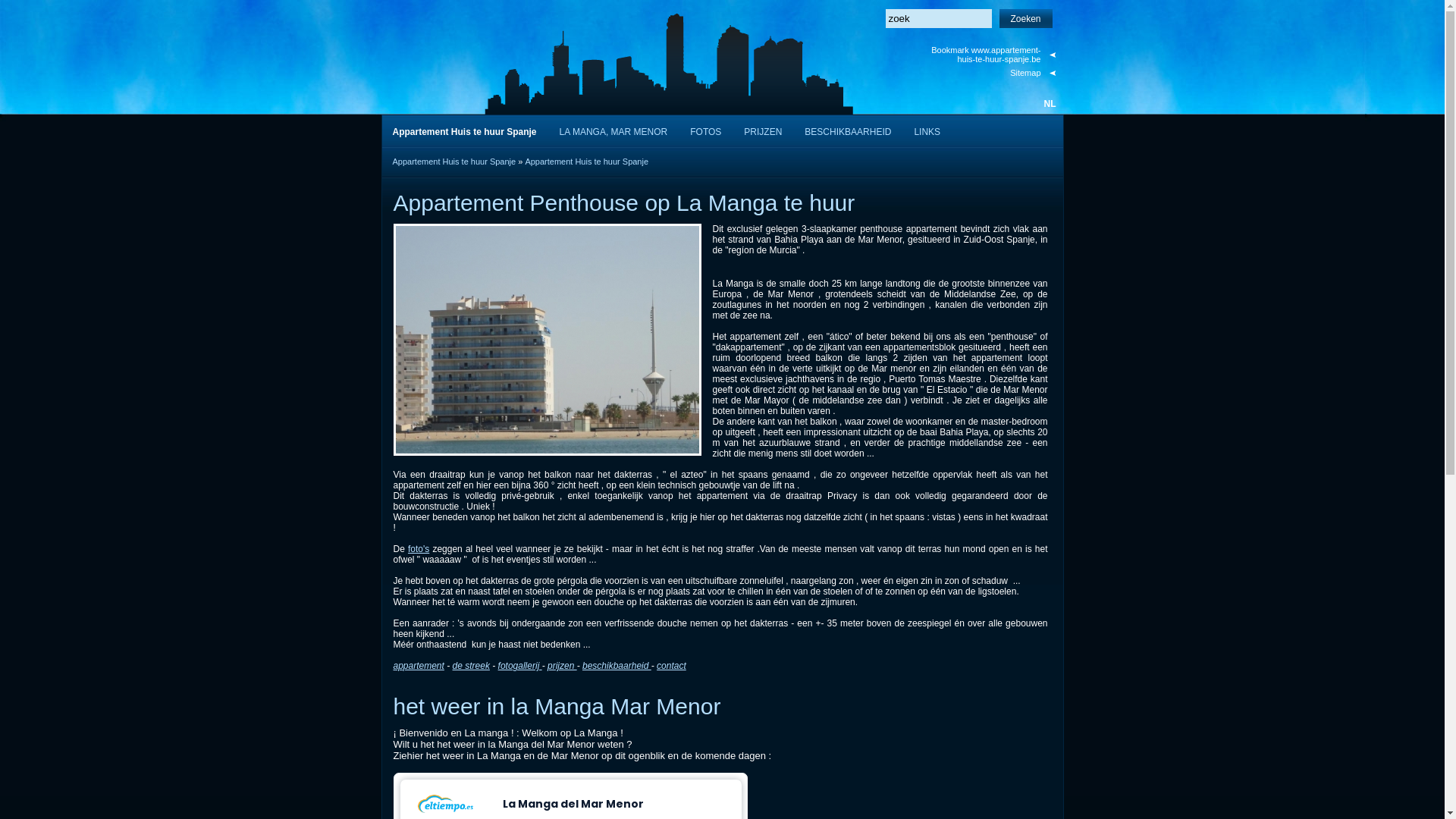  Describe the element at coordinates (1026, 18) in the screenshot. I see `'Zoeken'` at that location.